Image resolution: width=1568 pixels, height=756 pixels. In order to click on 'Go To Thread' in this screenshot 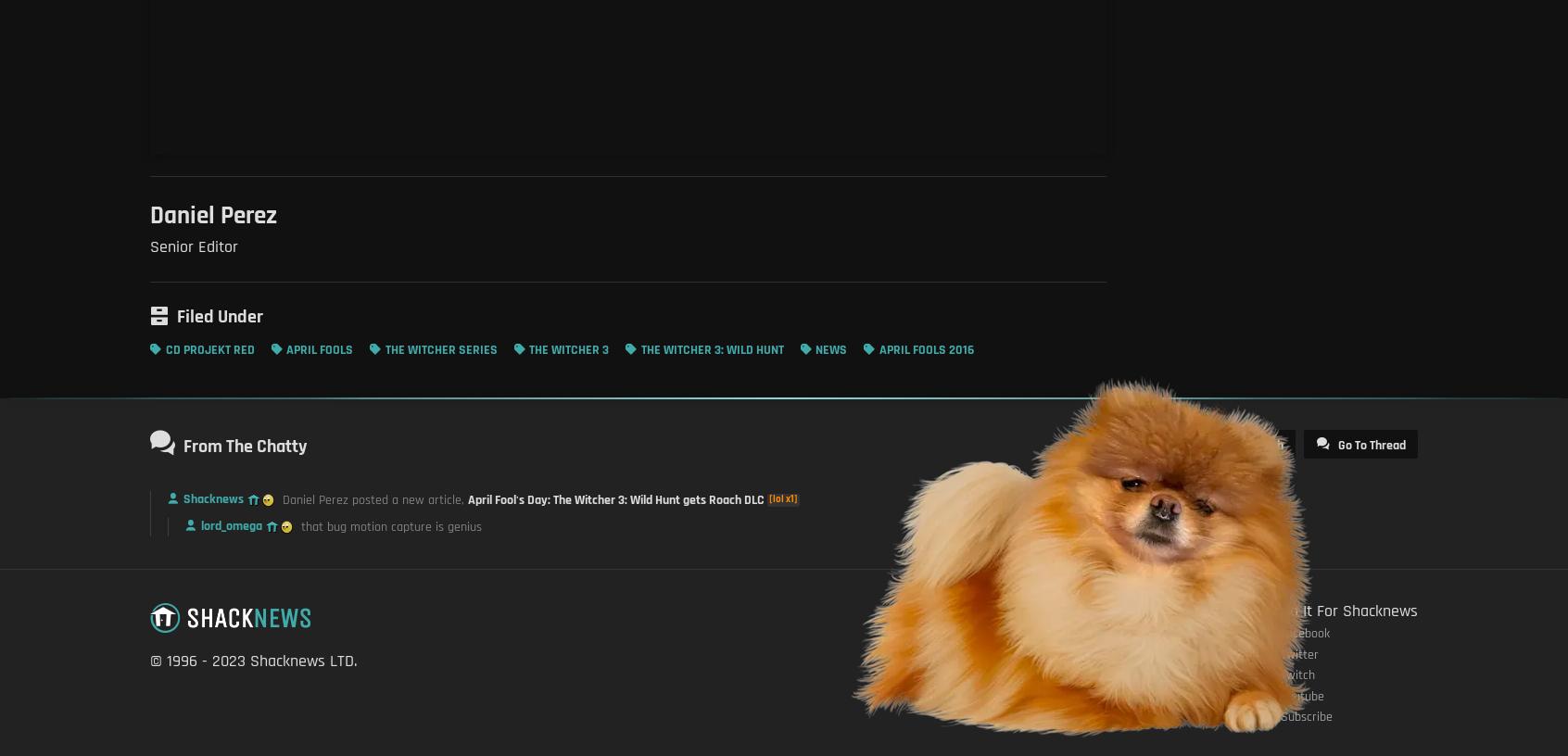, I will do `click(1370, 445)`.